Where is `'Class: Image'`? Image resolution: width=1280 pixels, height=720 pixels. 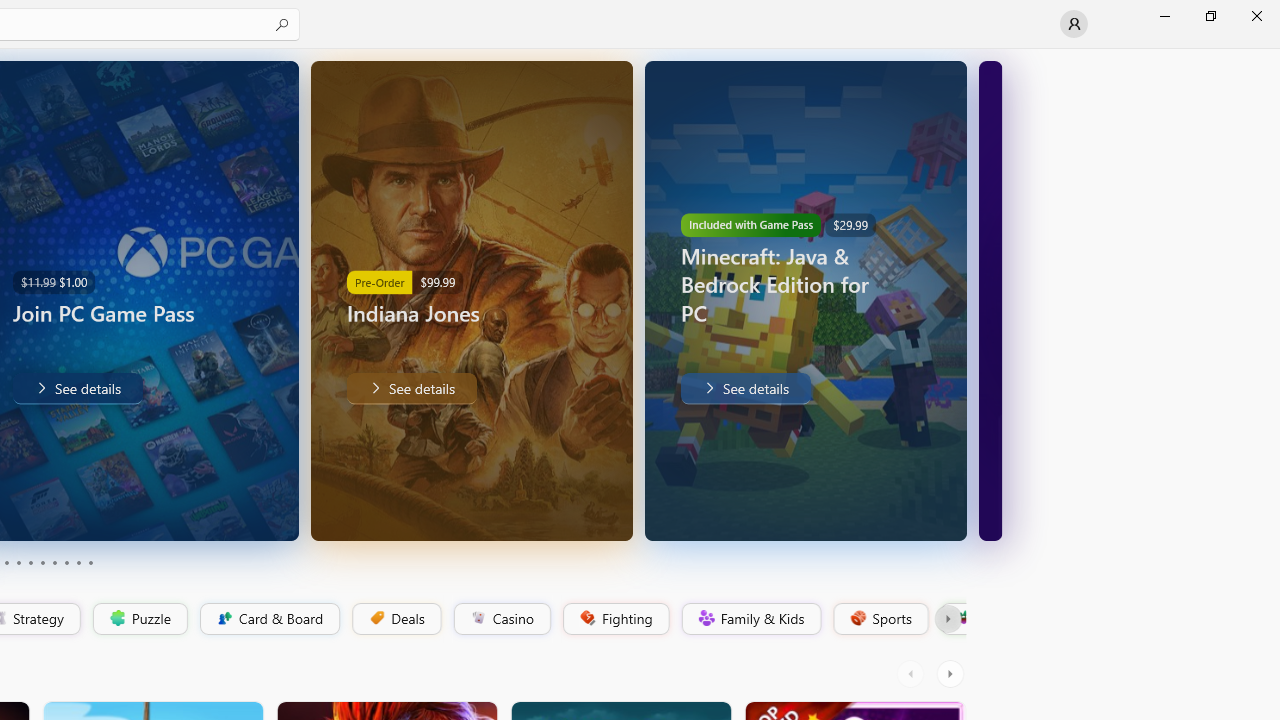
'Class: Image' is located at coordinates (961, 616).